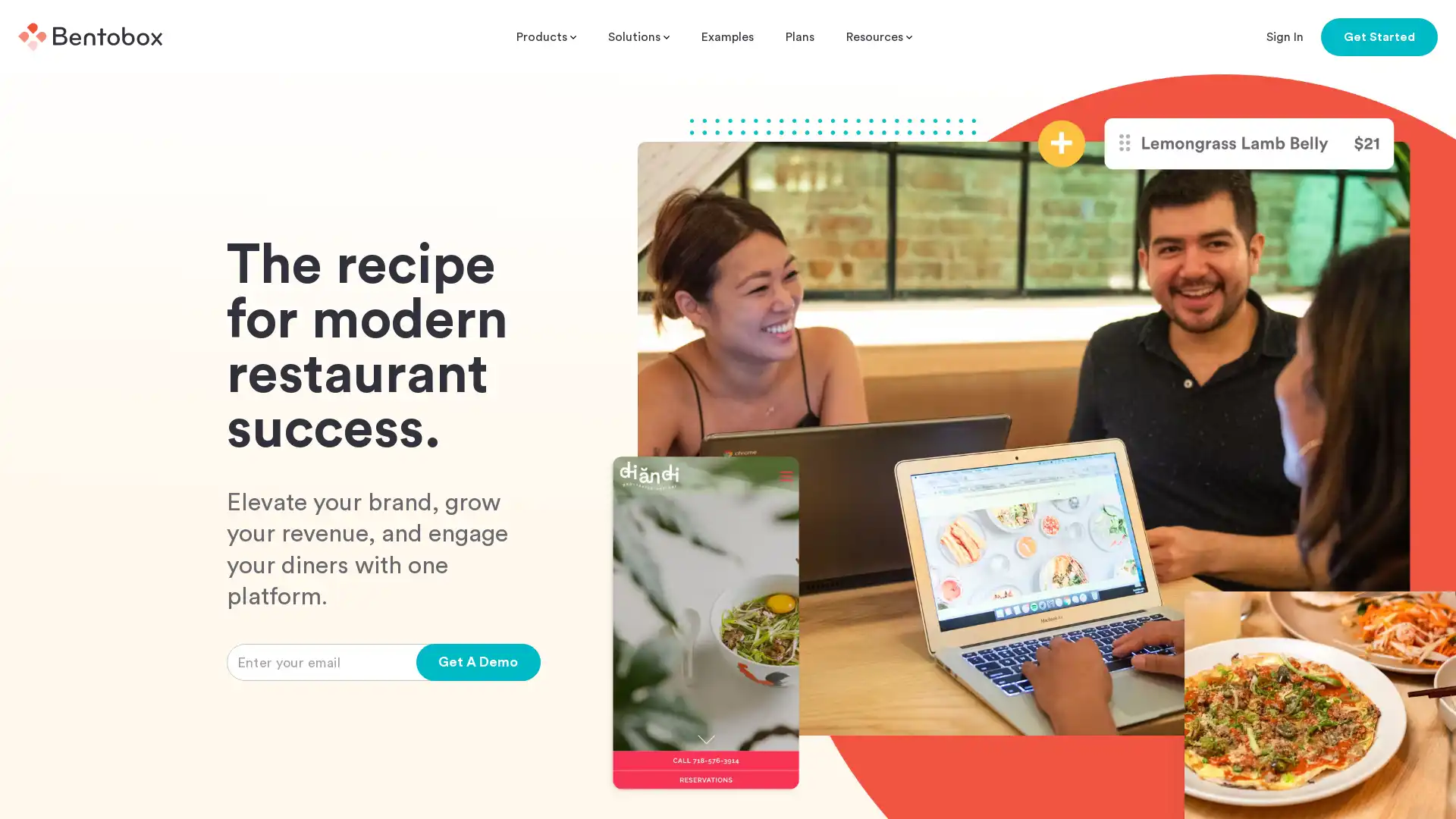  I want to click on Solutions, so click(639, 36).